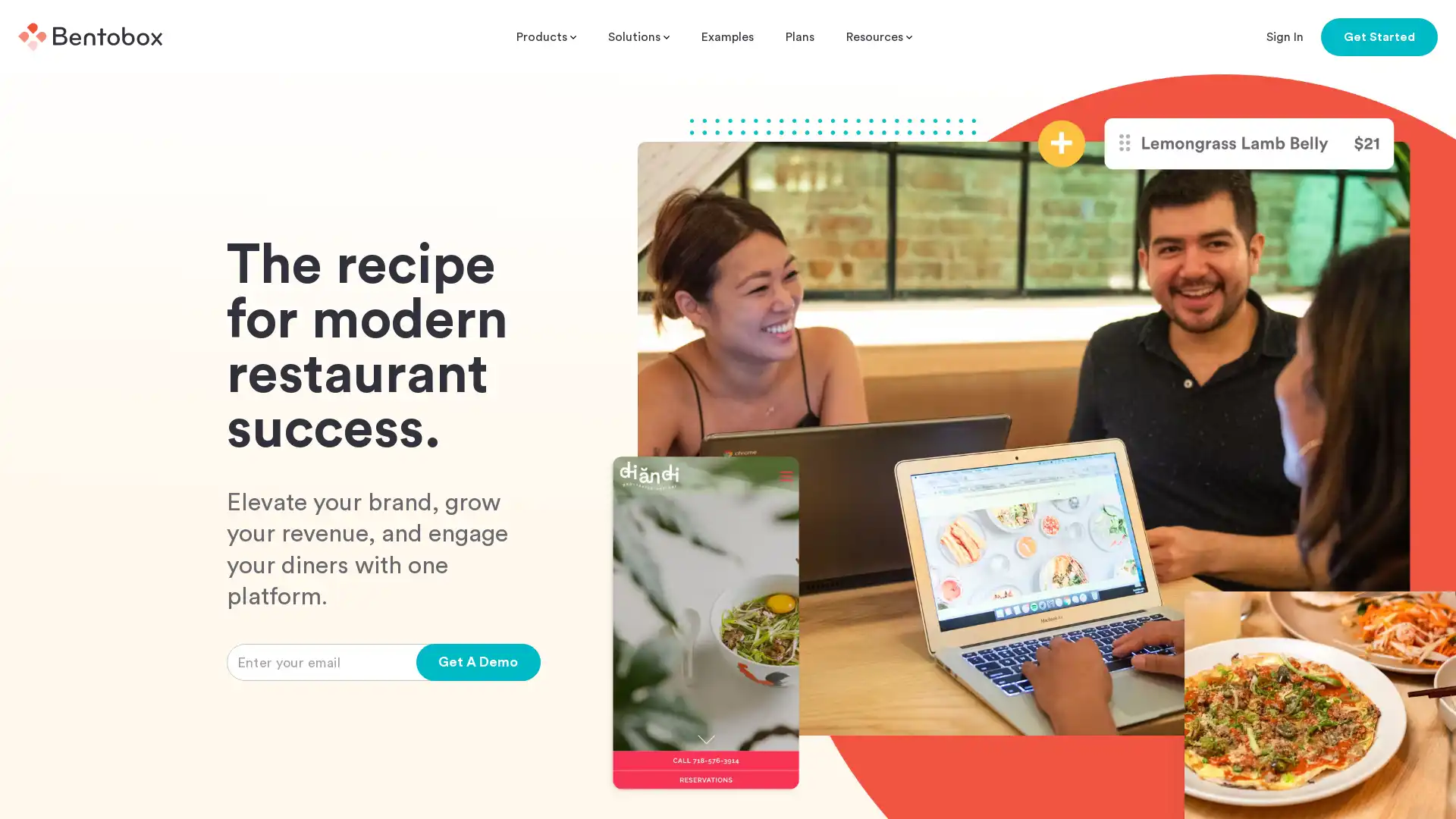  I want to click on Solutions, so click(639, 36).